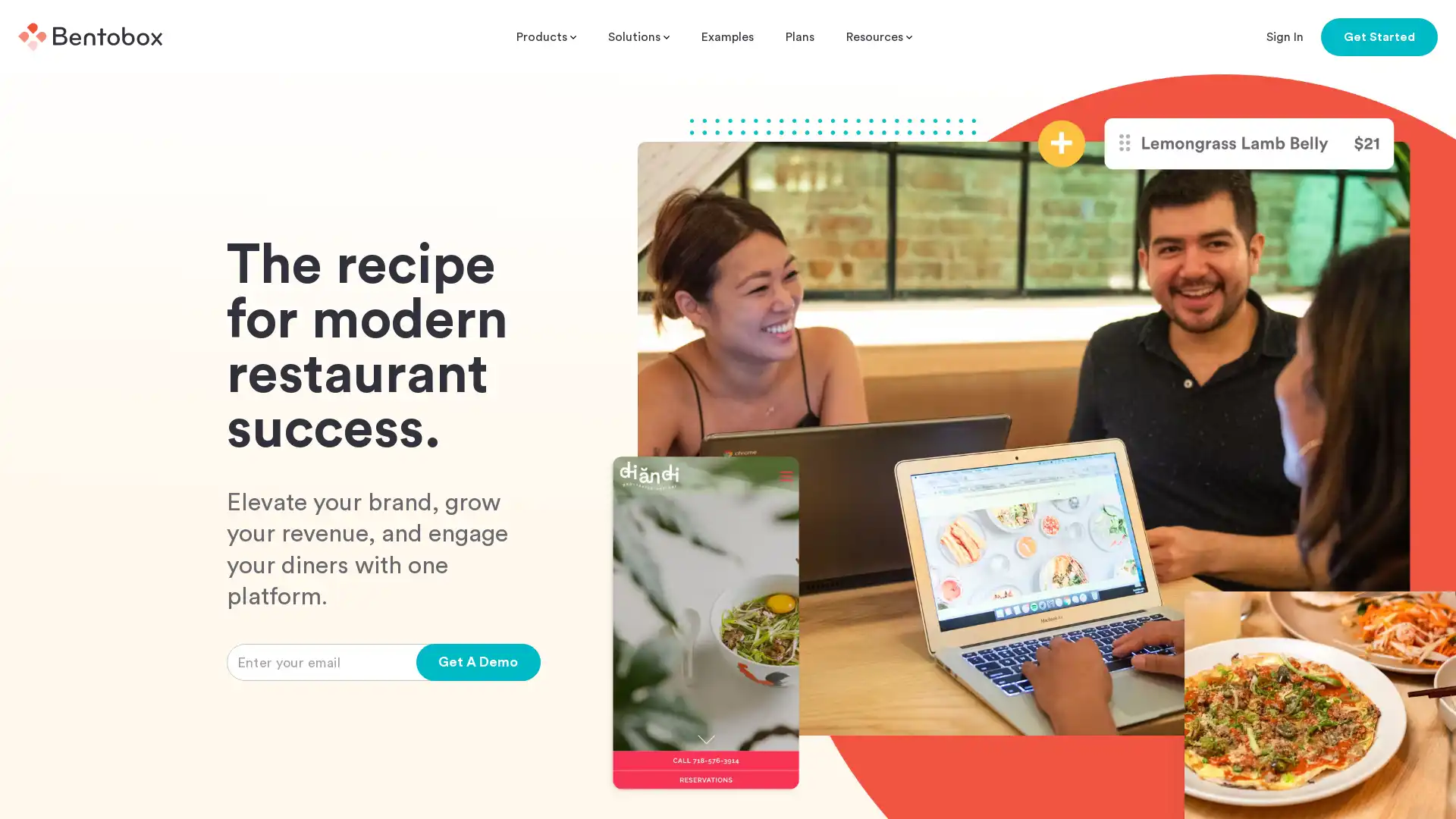  I want to click on Solutions, so click(639, 36).